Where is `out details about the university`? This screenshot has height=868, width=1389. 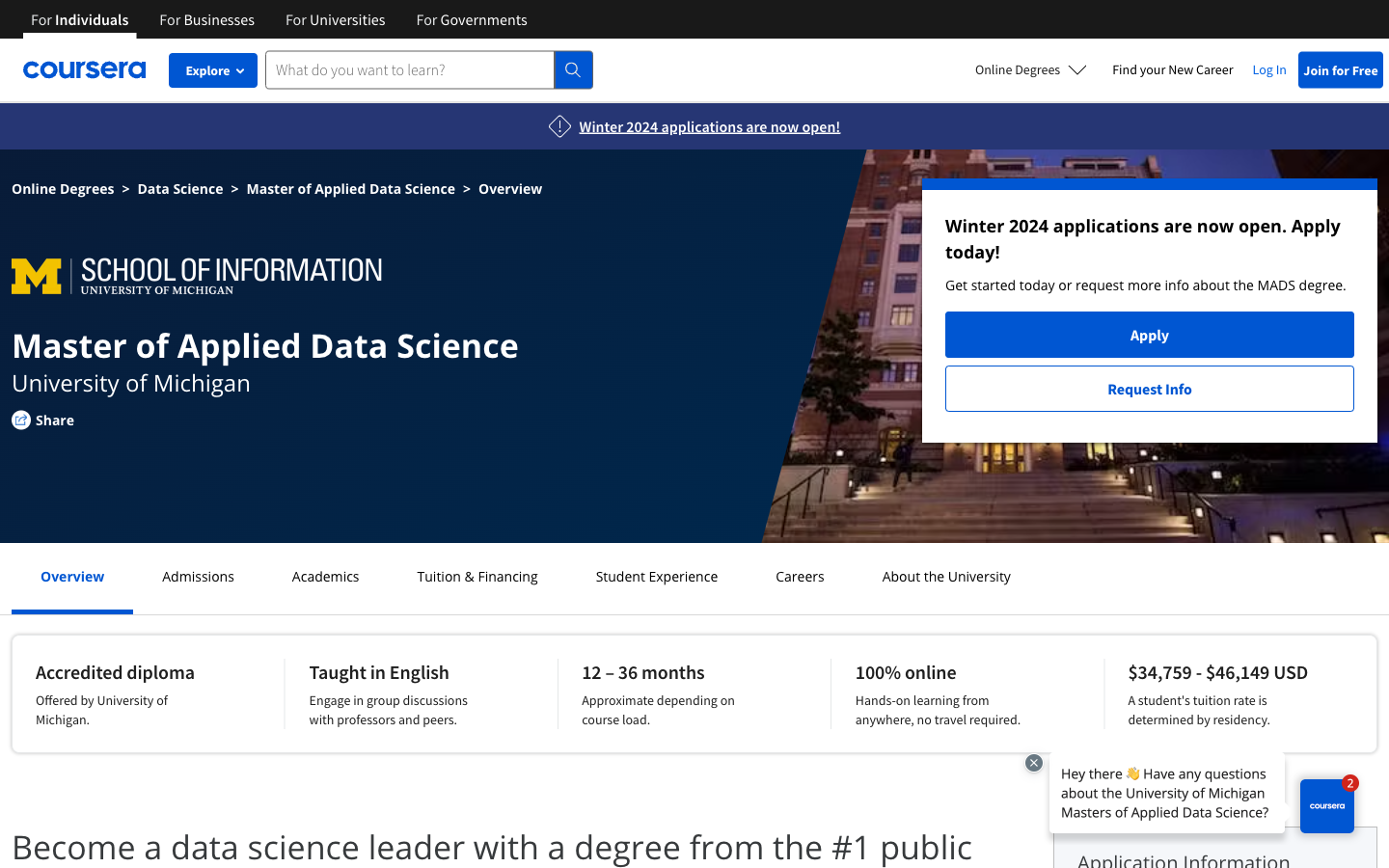
out details about the university is located at coordinates (945, 576).